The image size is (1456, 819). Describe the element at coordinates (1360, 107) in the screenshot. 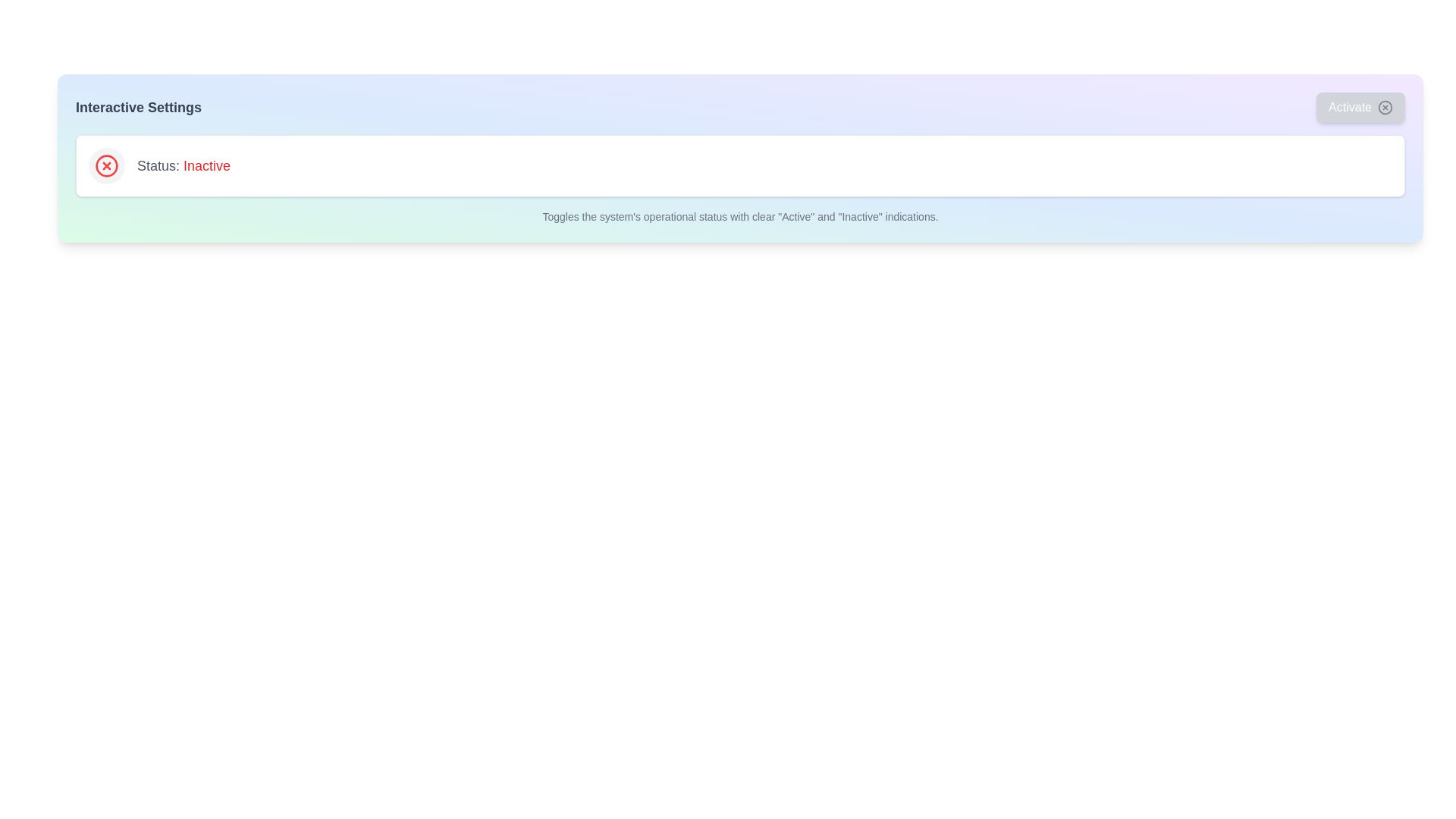

I see `the 'Activate' button located in the top-right corner of the 'Interactive Settings' section` at that location.